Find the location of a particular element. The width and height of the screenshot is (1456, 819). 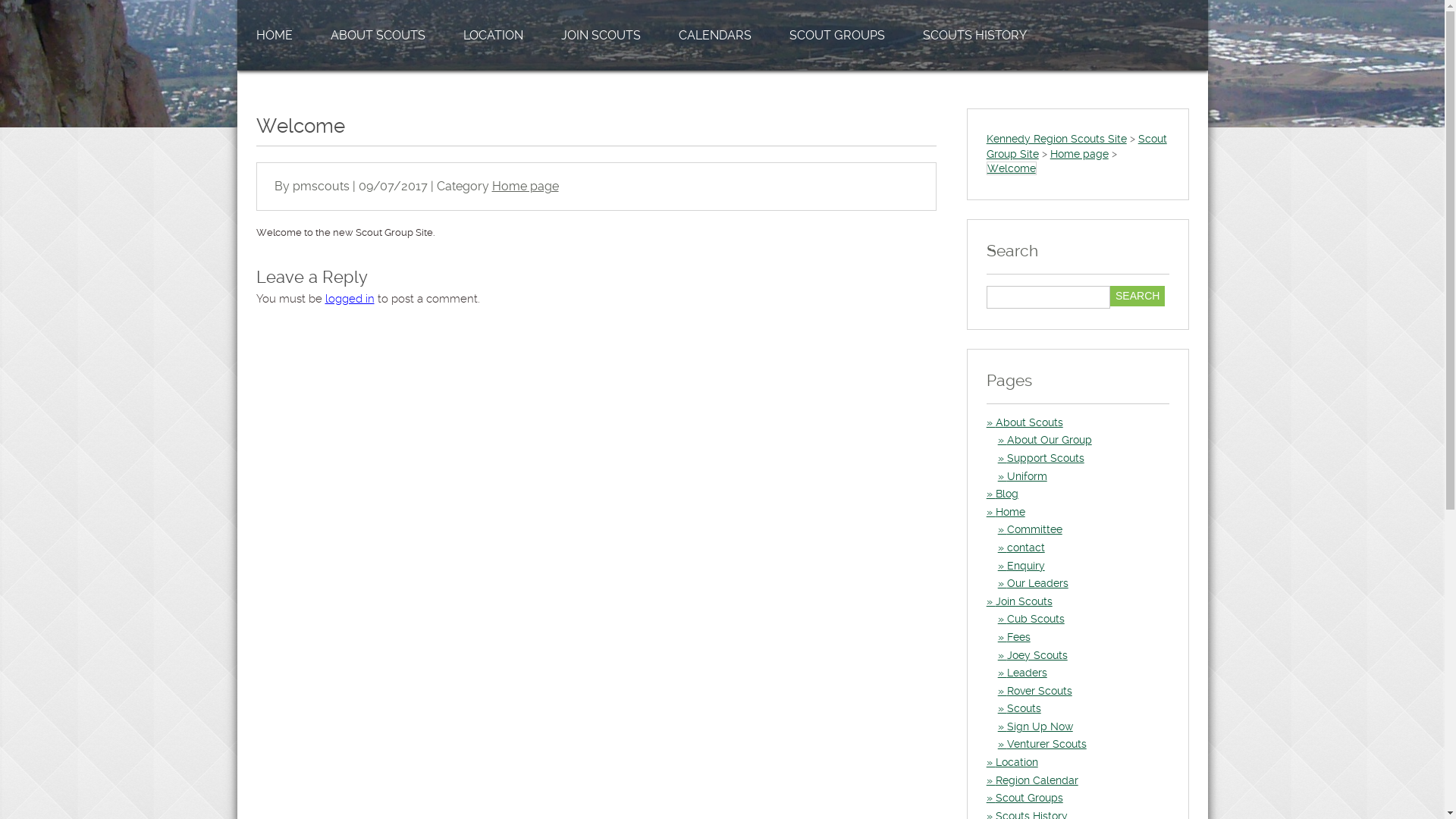

'Enquiry' is located at coordinates (1021, 565).